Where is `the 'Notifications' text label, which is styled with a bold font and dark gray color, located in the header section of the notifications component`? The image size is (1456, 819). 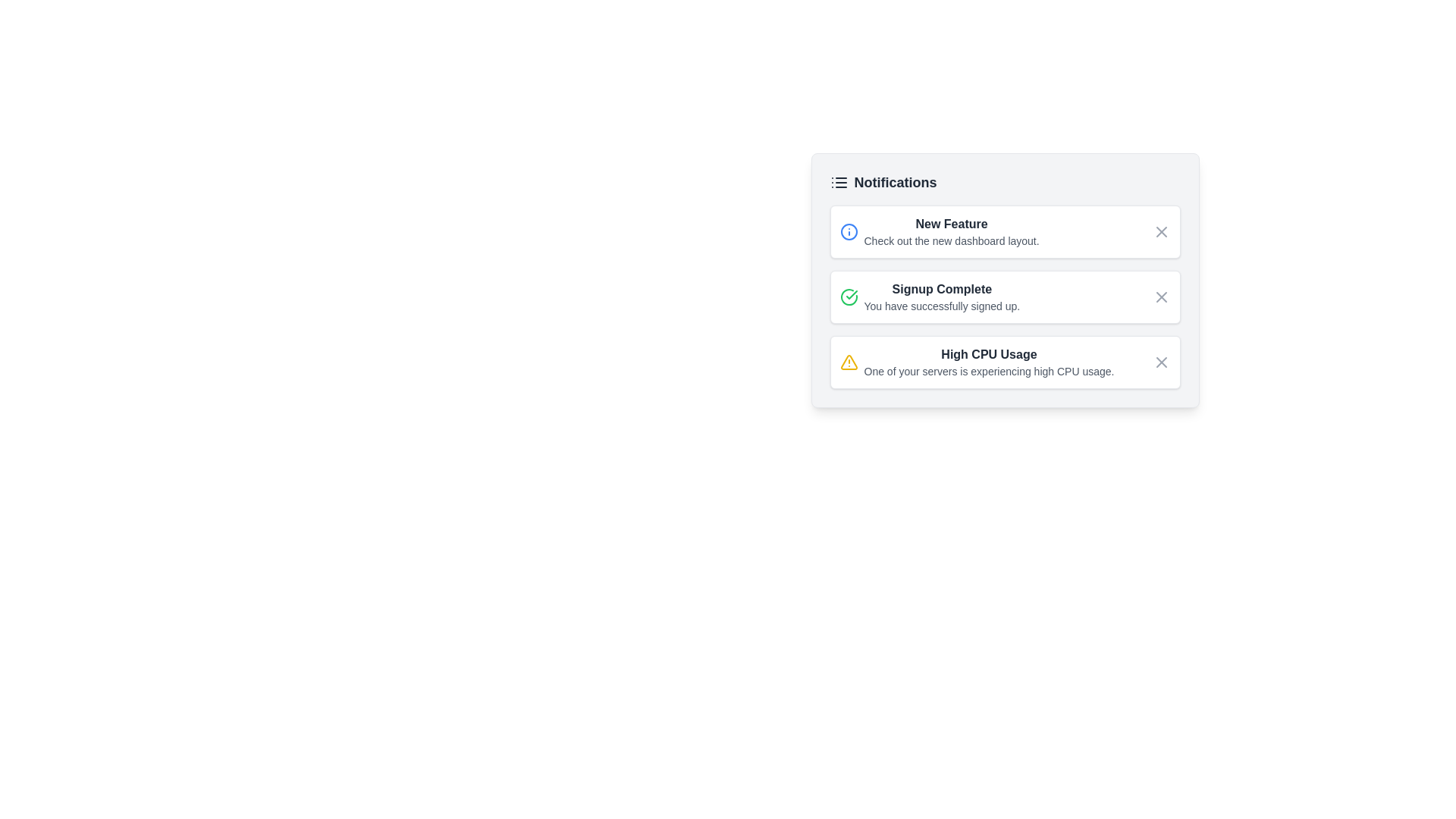 the 'Notifications' text label, which is styled with a bold font and dark gray color, located in the header section of the notifications component is located at coordinates (883, 181).